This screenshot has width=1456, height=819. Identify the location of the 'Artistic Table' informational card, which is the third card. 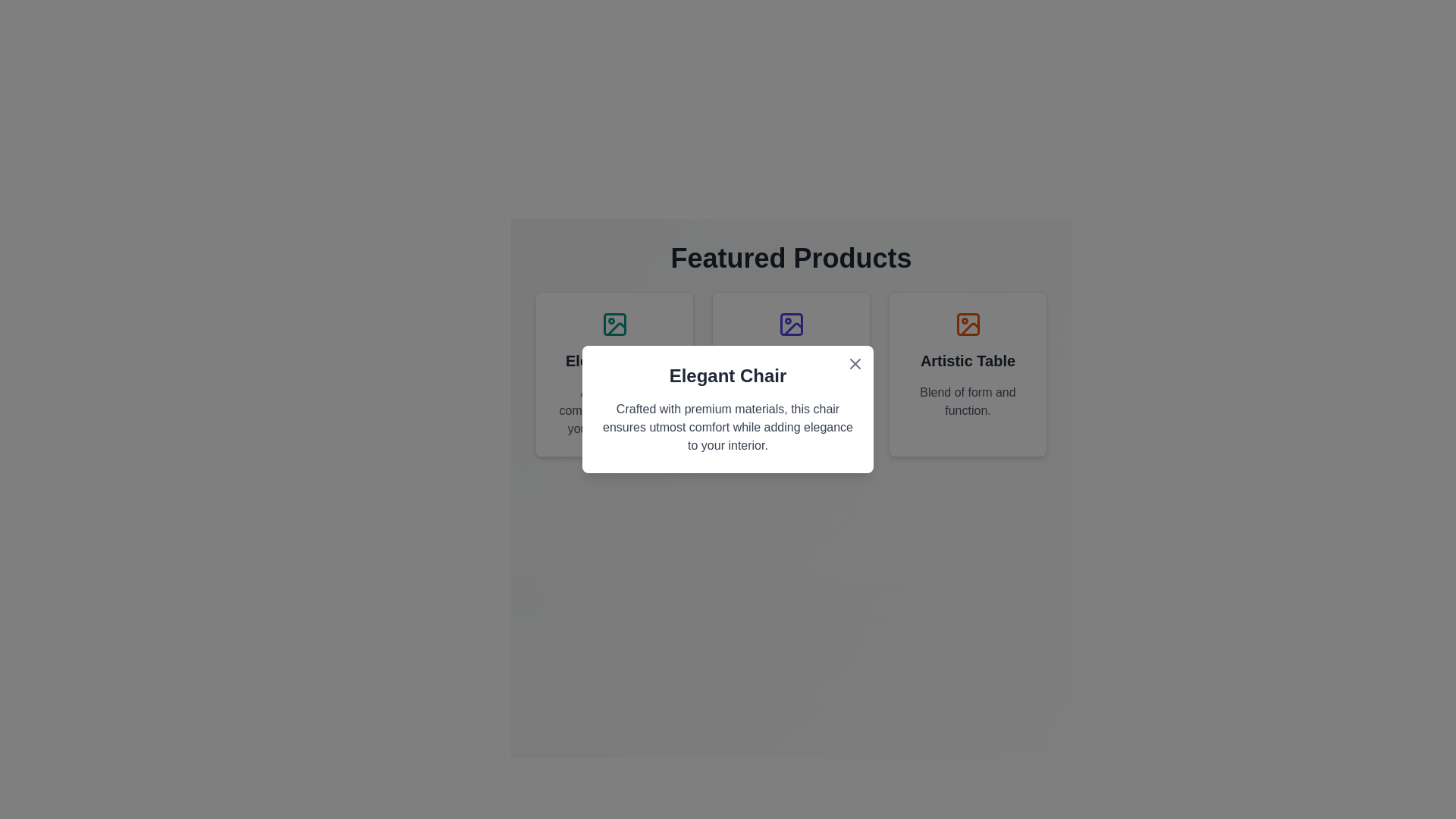
(967, 374).